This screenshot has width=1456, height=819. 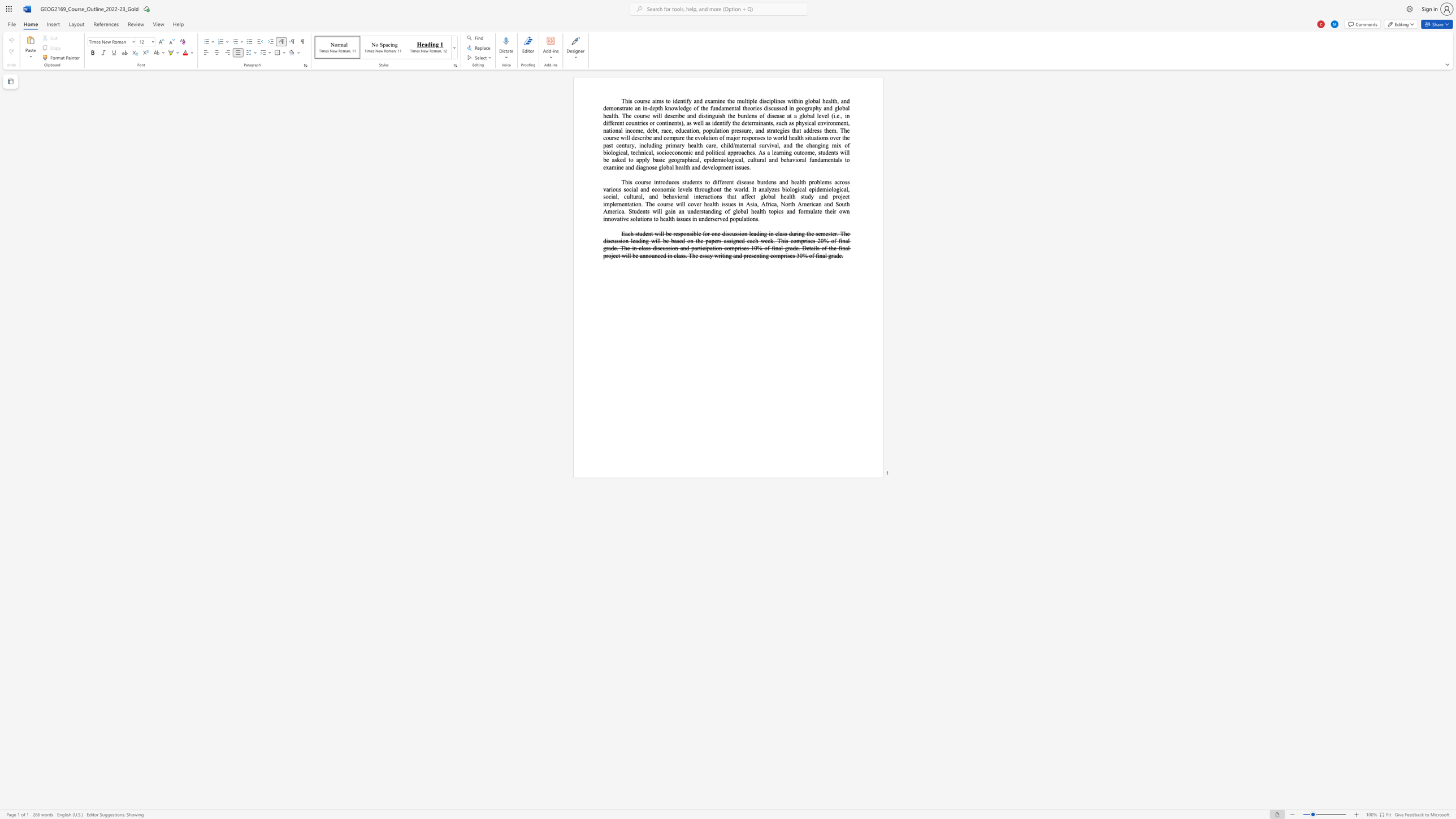 What do you see at coordinates (837, 204) in the screenshot?
I see `the 1th character "S" in the text` at bounding box center [837, 204].